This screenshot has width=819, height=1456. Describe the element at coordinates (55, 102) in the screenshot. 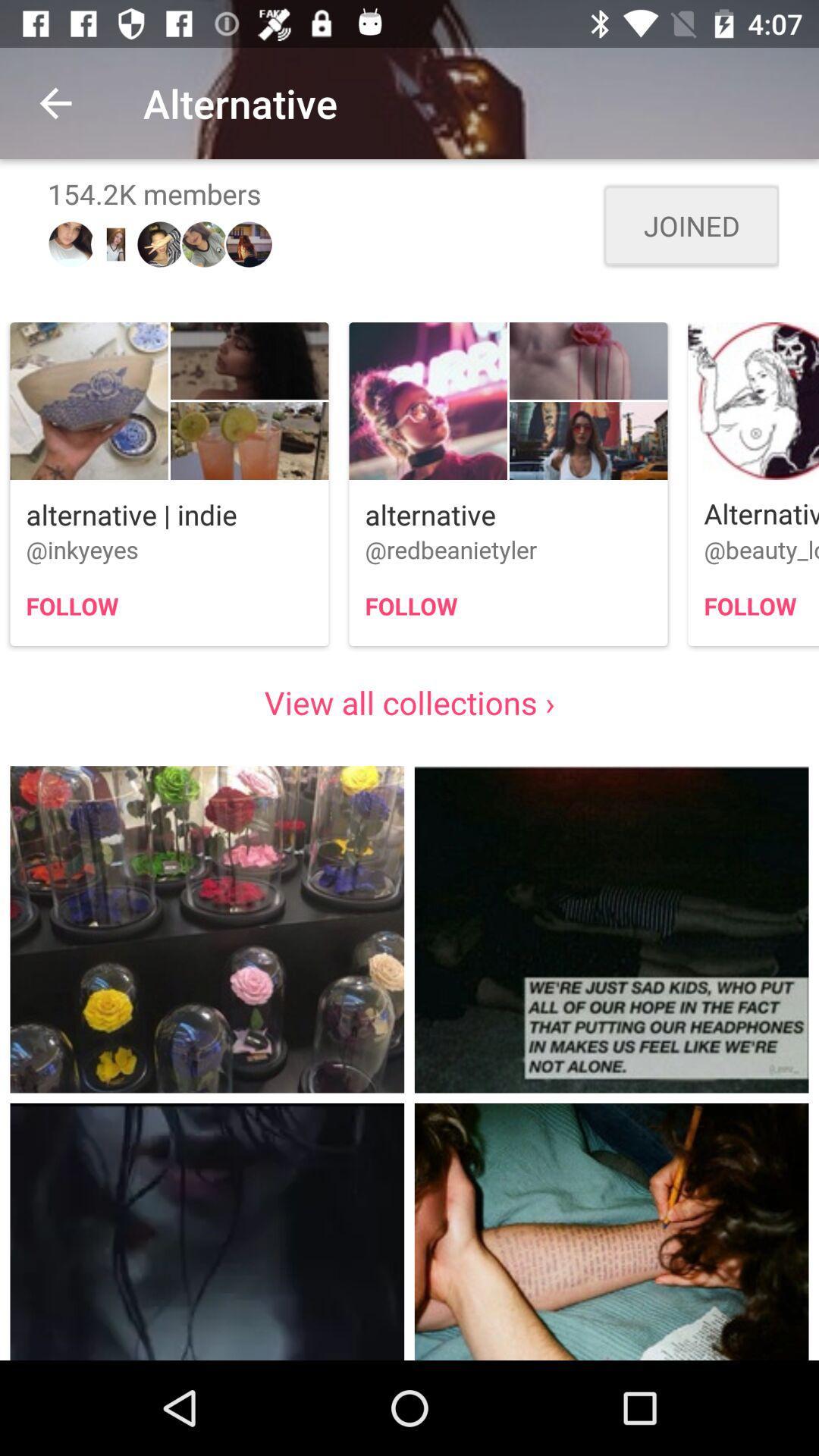

I see `the item next to alternative` at that location.